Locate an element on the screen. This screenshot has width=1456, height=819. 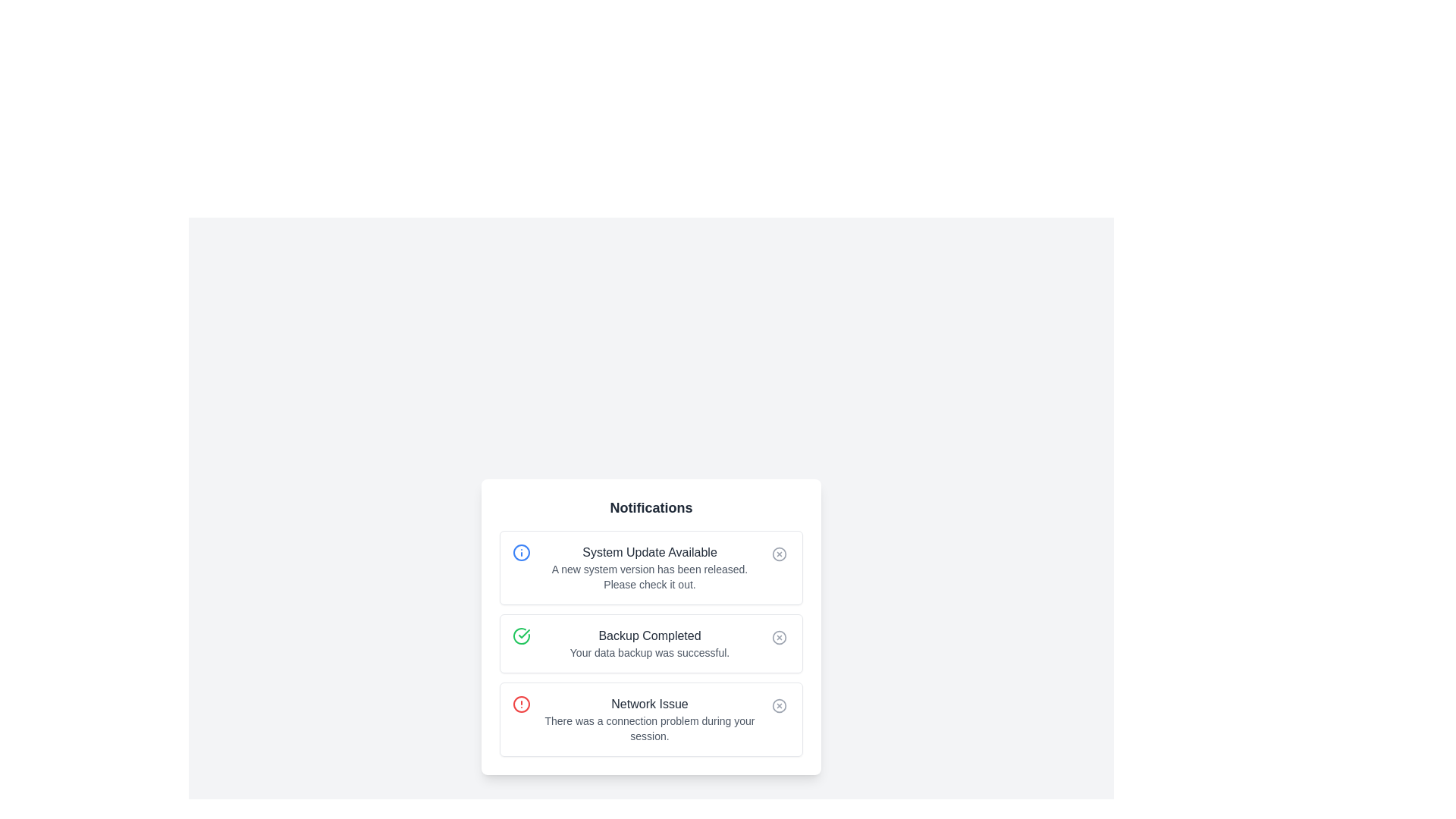
the 'Network Issue' notification icon located at the bottom of the notification list is located at coordinates (521, 704).